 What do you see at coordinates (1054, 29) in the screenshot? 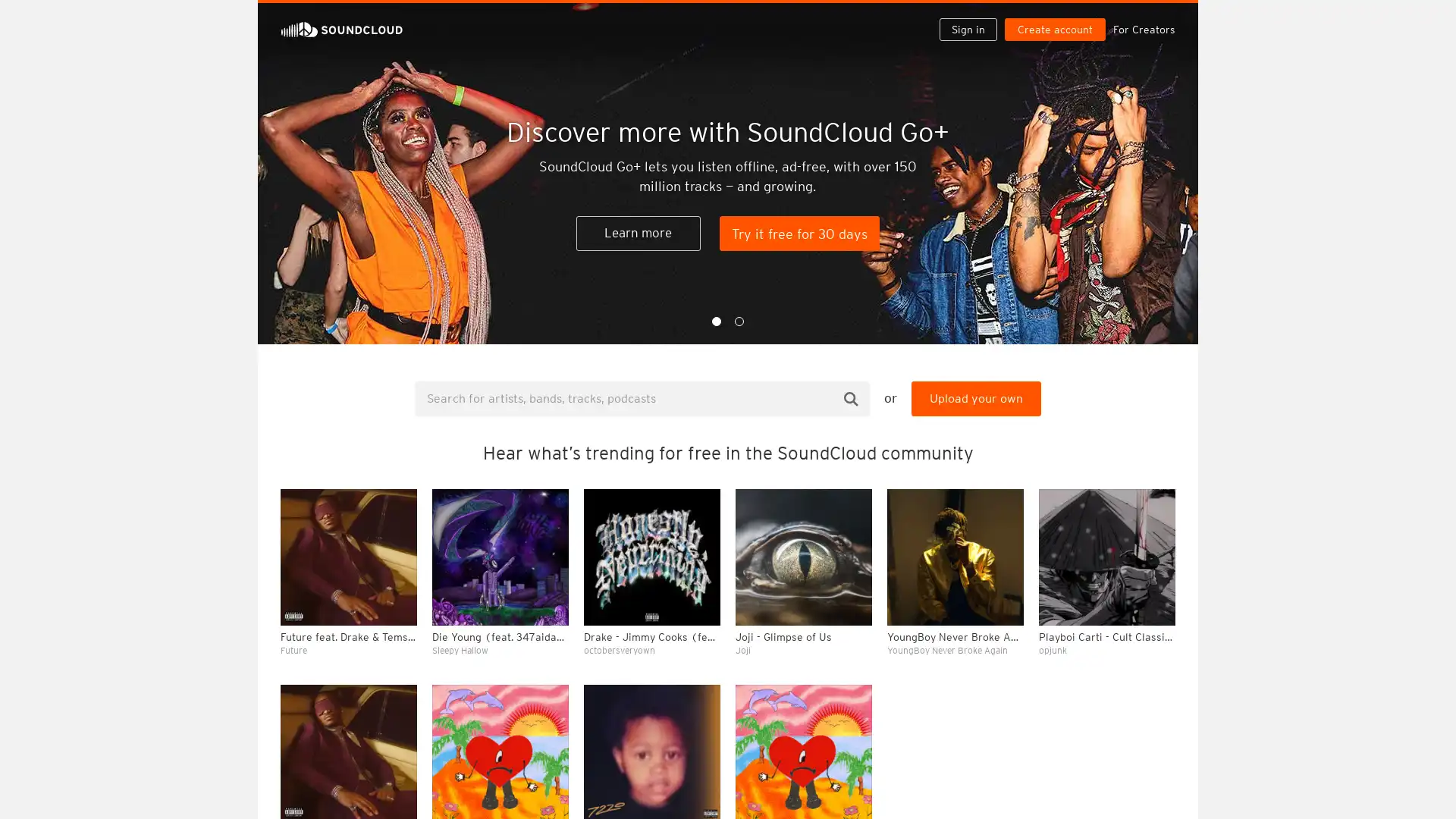
I see `Create a SoundCloud account` at bounding box center [1054, 29].